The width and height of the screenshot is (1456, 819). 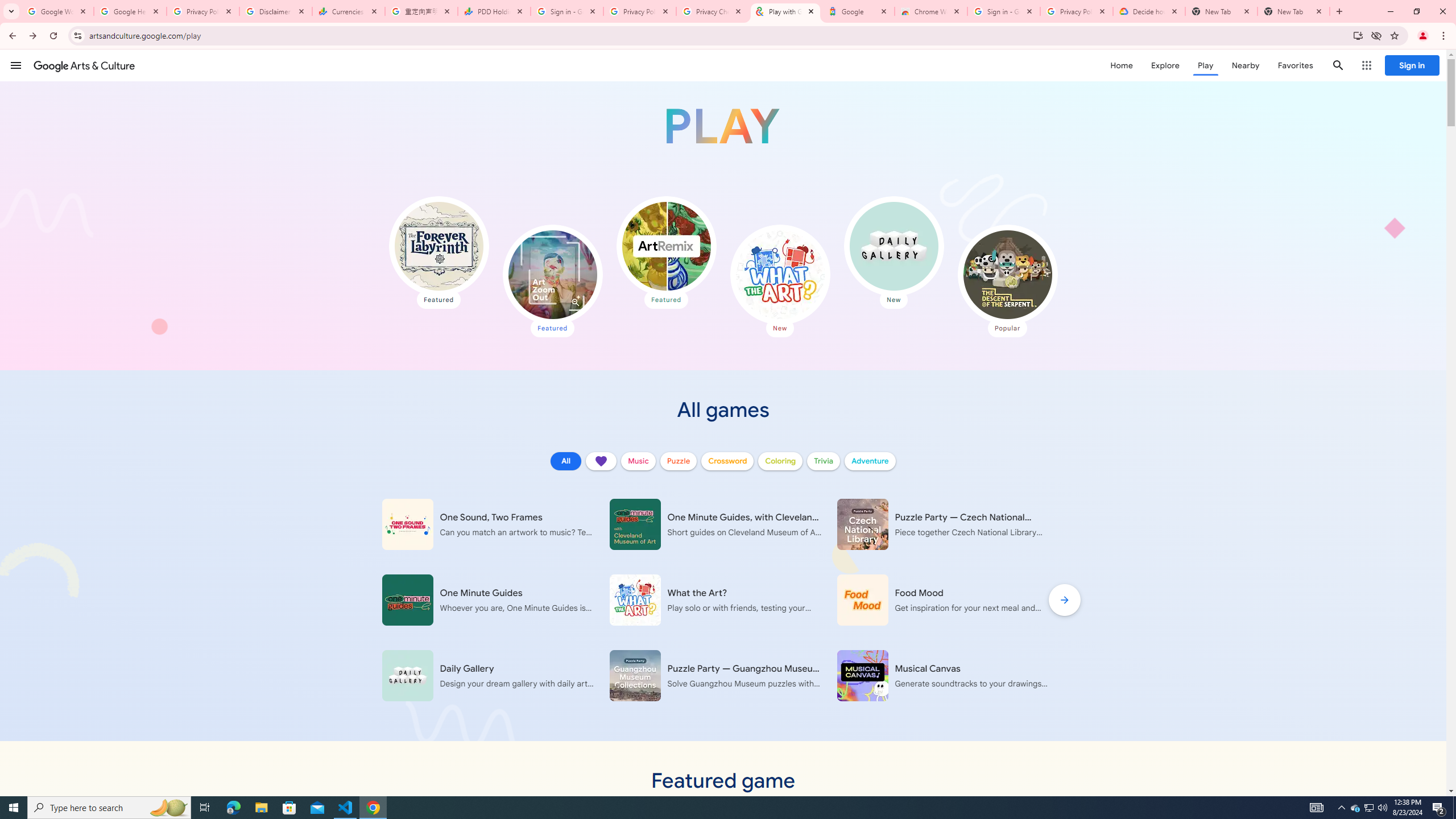 What do you see at coordinates (348, 11) in the screenshot?
I see `'Currencies - Google Finance'` at bounding box center [348, 11].